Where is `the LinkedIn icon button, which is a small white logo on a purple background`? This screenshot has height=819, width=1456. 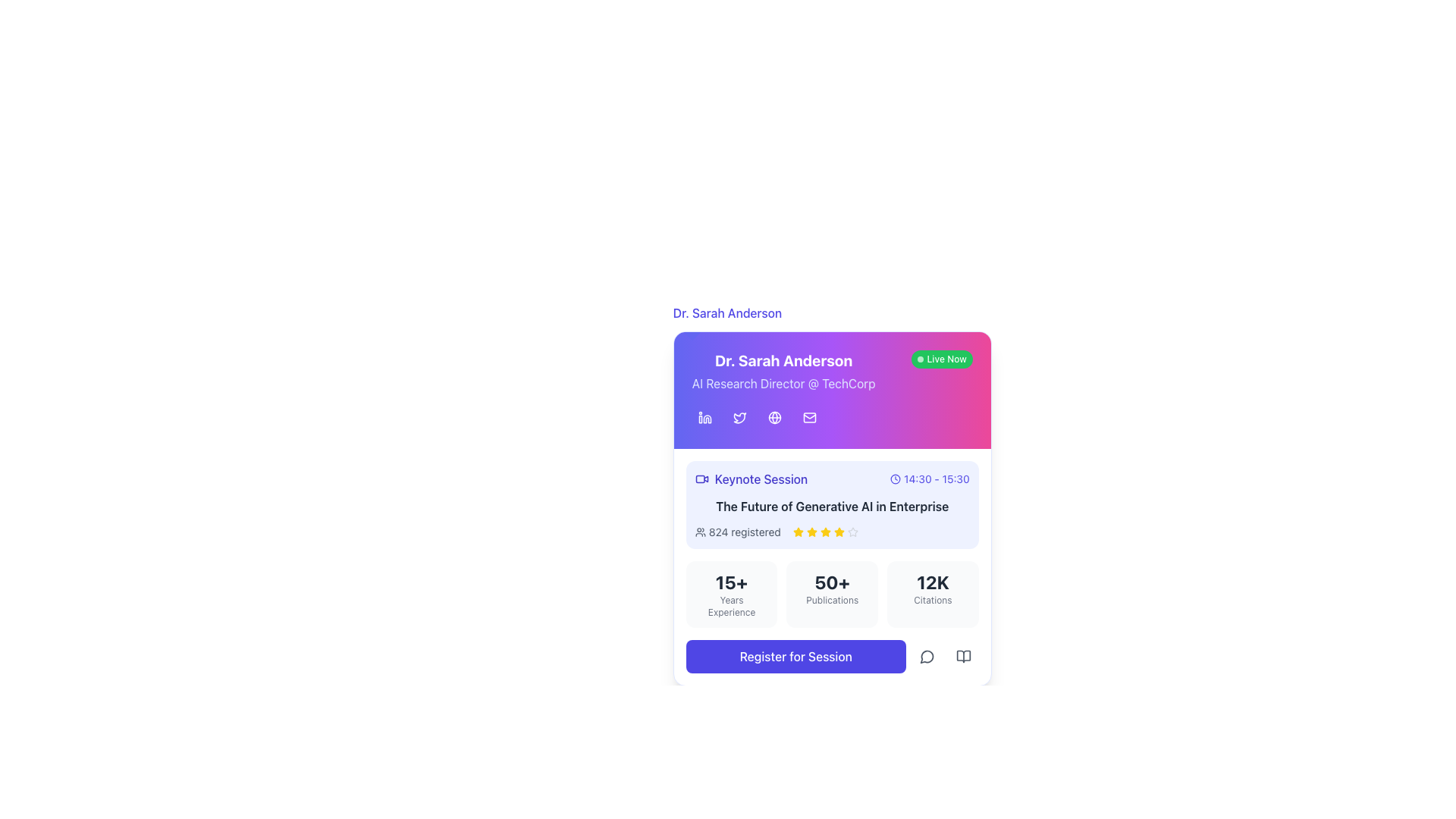
the LinkedIn icon button, which is a small white logo on a purple background is located at coordinates (704, 418).